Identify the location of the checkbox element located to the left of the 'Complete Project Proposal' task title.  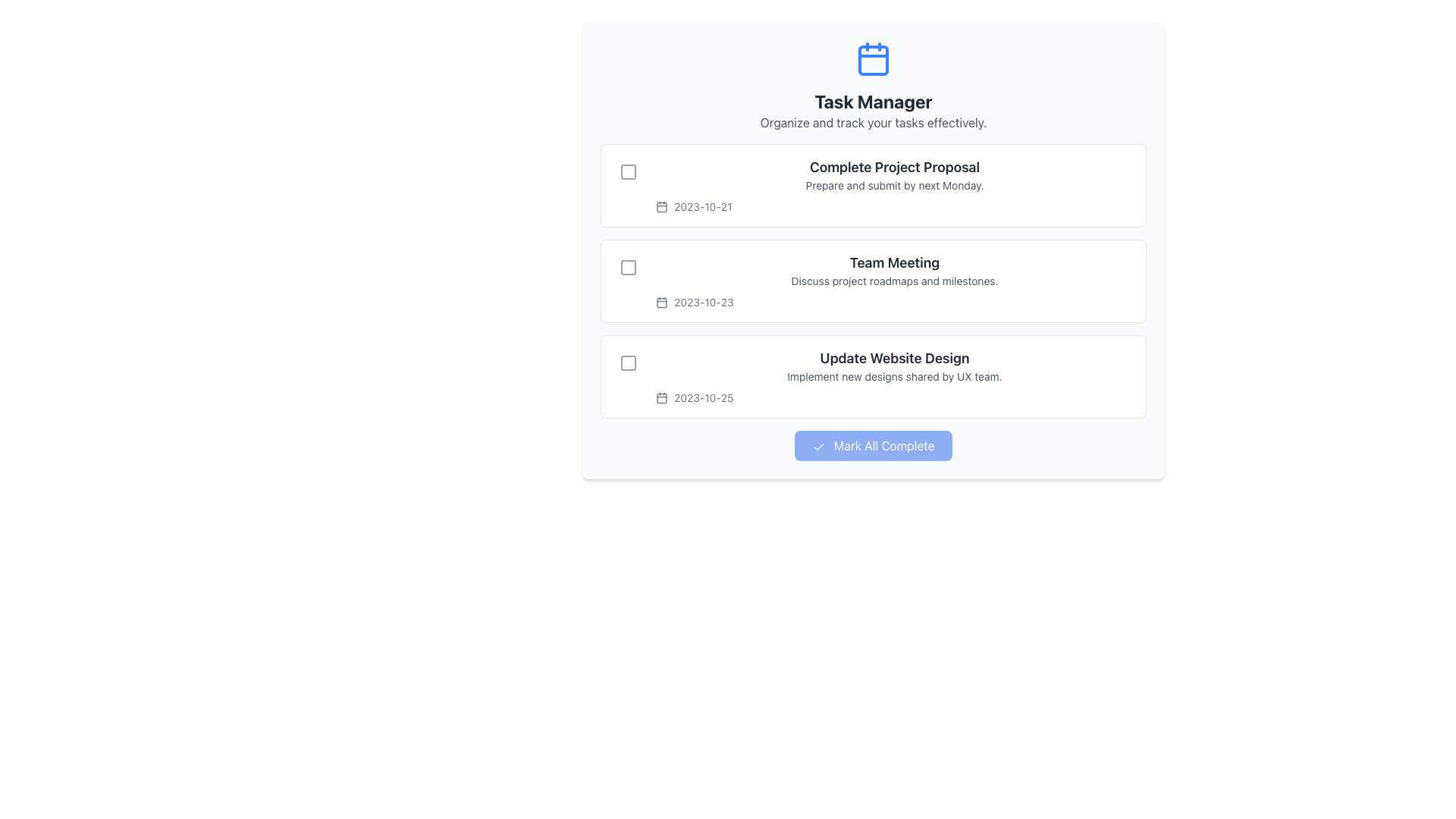
(629, 171).